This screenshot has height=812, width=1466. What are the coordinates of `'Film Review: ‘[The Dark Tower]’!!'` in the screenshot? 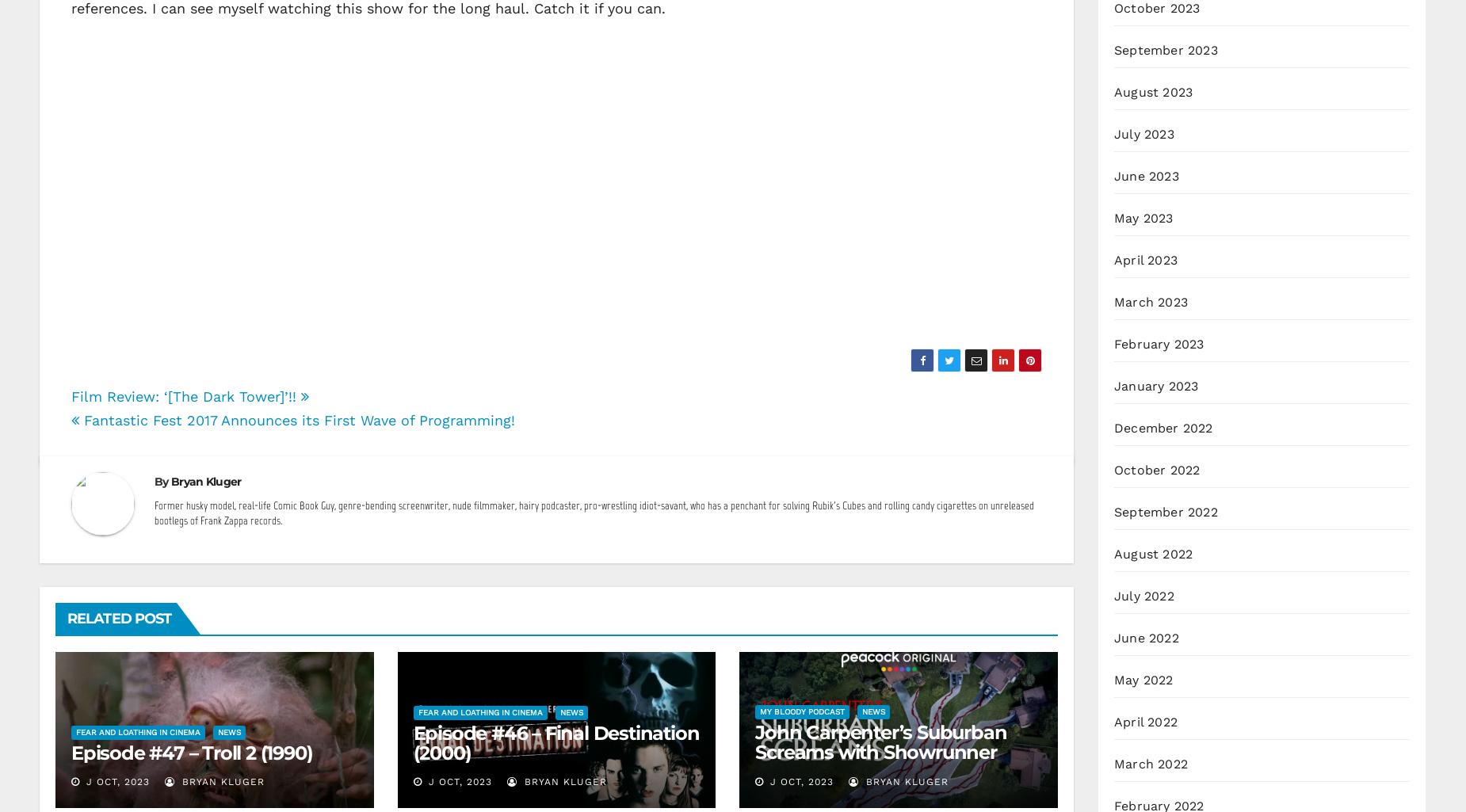 It's located at (70, 395).